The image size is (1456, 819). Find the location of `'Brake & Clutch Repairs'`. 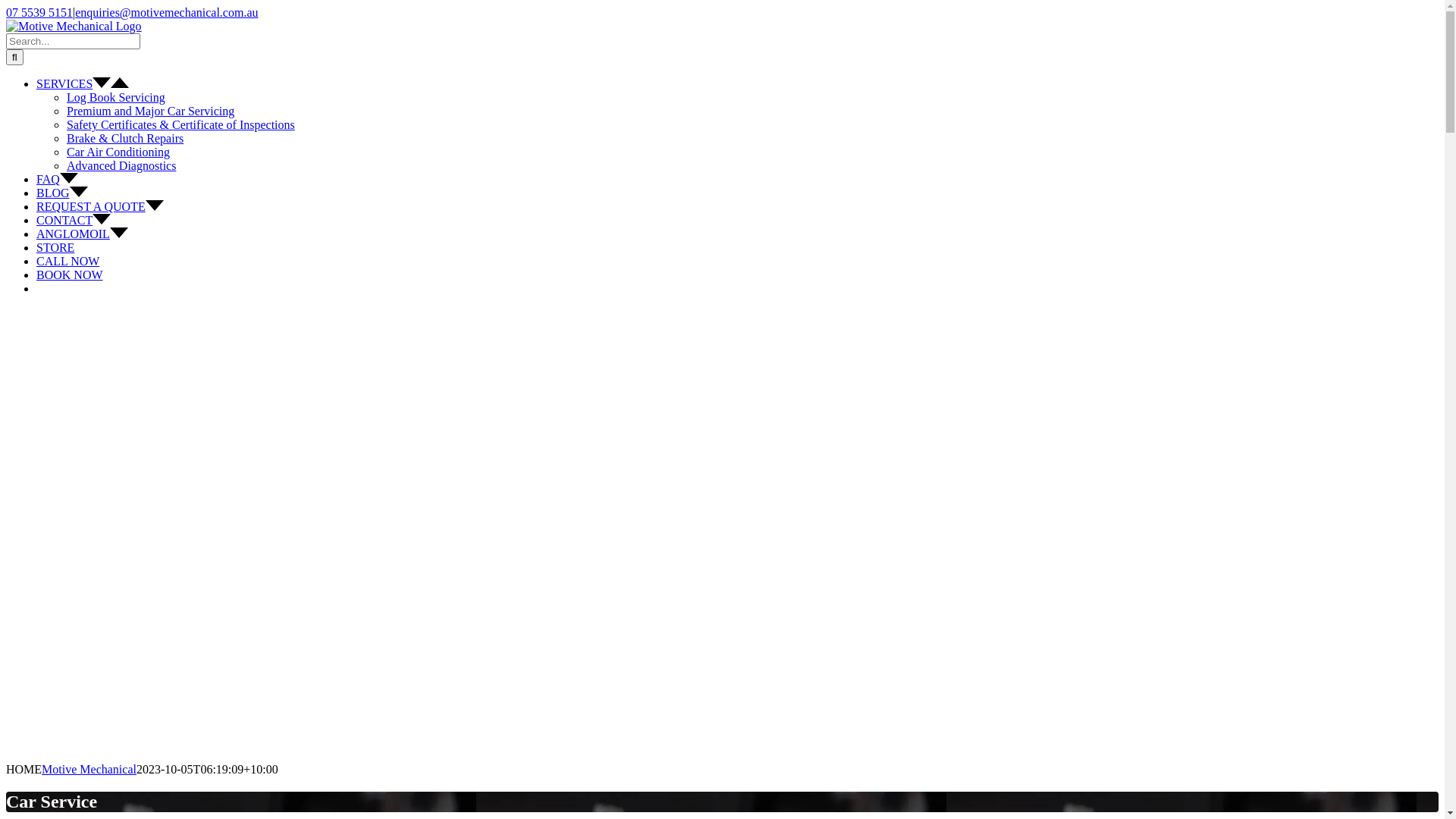

'Brake & Clutch Repairs' is located at coordinates (124, 138).